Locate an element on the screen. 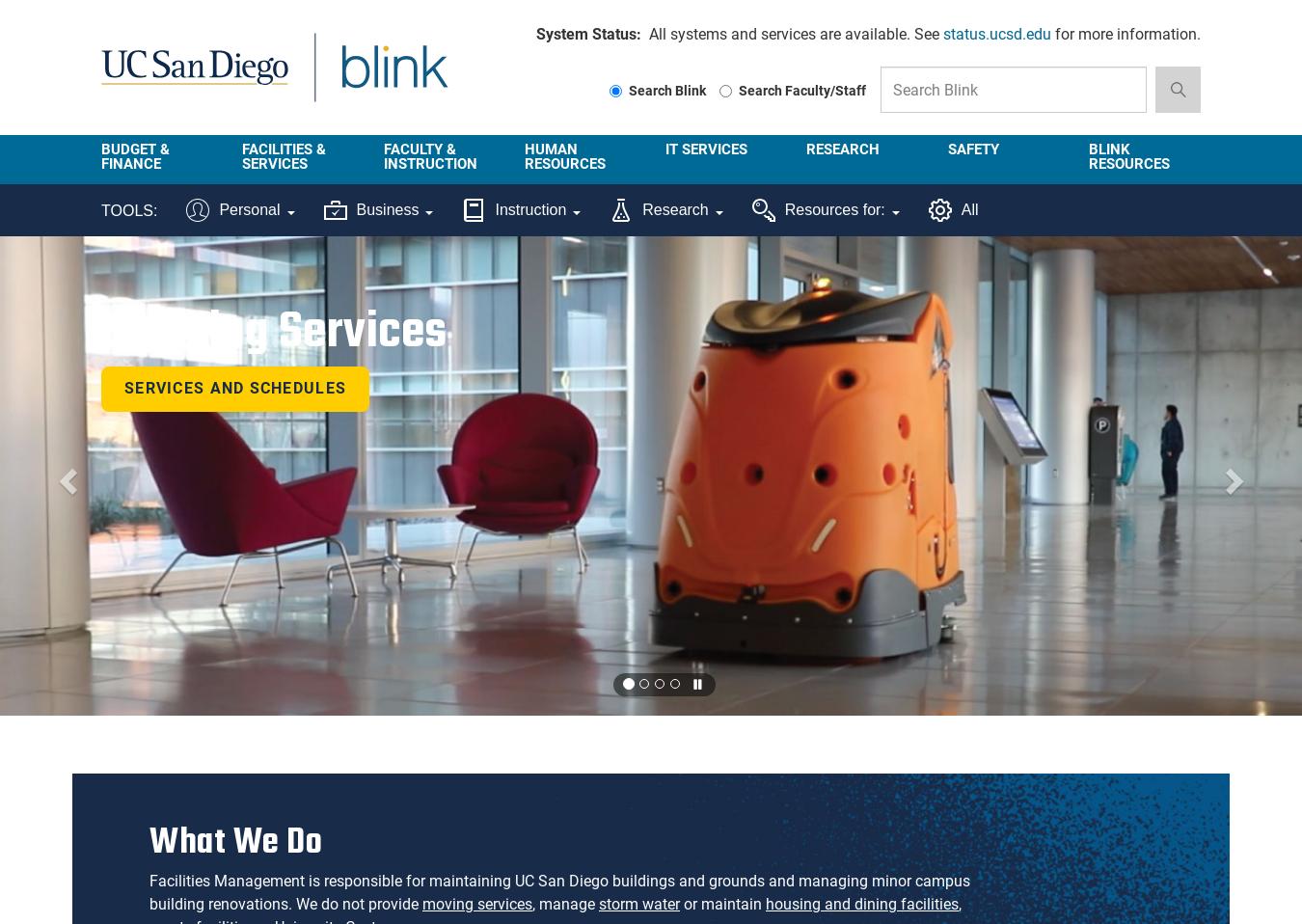  'Resources for:' is located at coordinates (783, 208).